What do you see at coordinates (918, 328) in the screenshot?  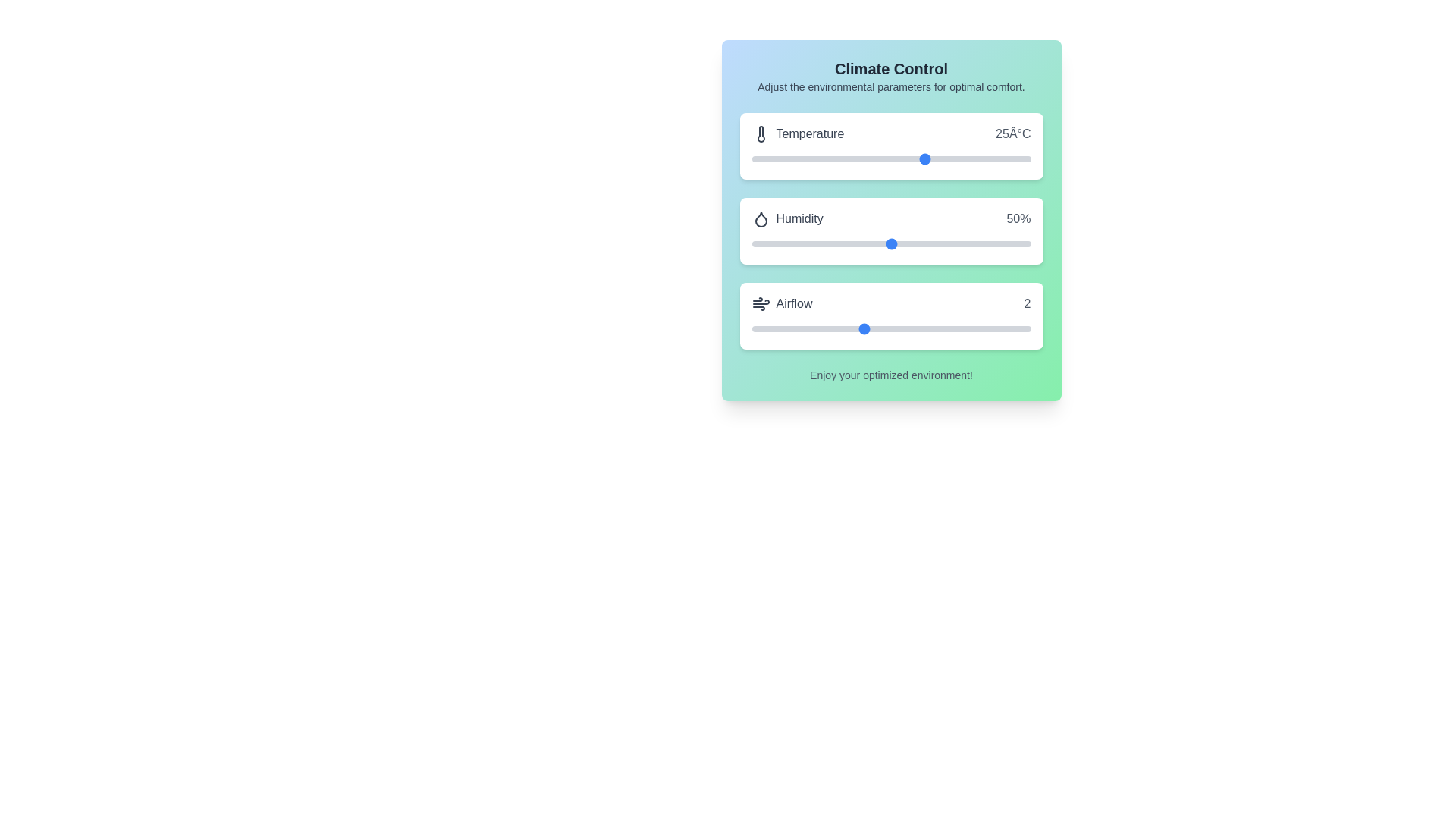 I see `the Airflow slider to 3` at bounding box center [918, 328].